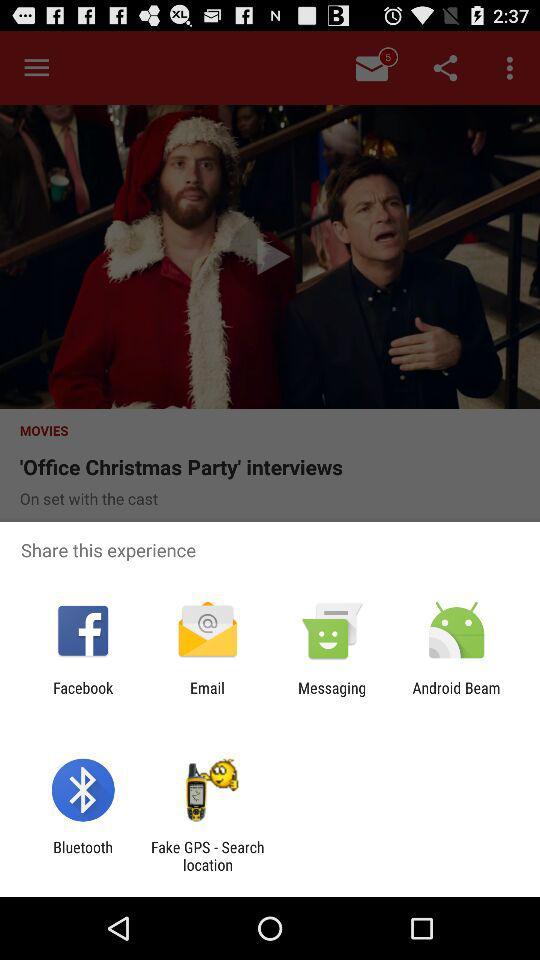 Image resolution: width=540 pixels, height=960 pixels. I want to click on icon next to messaging app, so click(456, 696).